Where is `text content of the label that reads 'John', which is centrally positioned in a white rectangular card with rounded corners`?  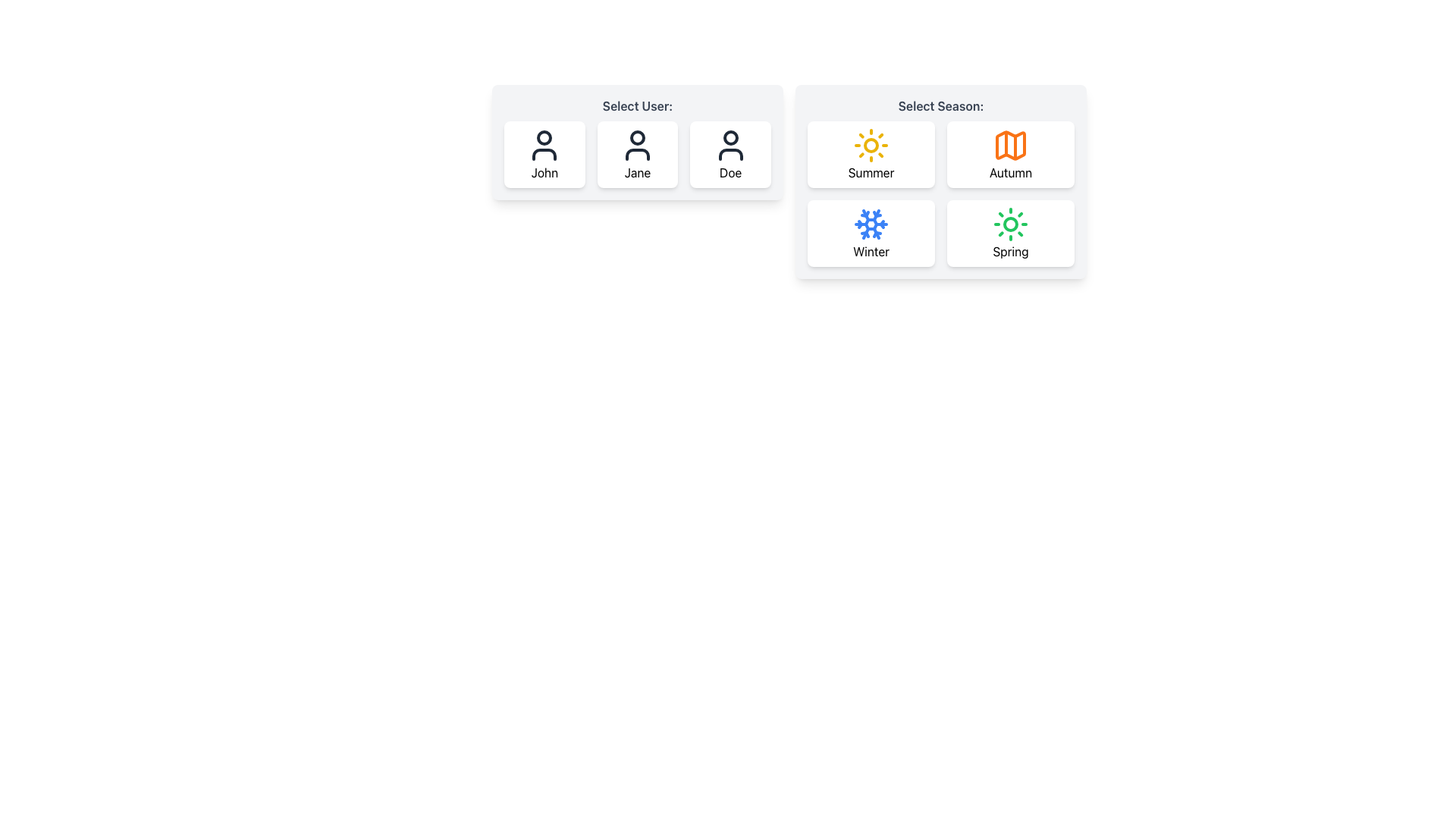 text content of the label that reads 'John', which is centrally positioned in a white rectangular card with rounded corners is located at coordinates (544, 171).